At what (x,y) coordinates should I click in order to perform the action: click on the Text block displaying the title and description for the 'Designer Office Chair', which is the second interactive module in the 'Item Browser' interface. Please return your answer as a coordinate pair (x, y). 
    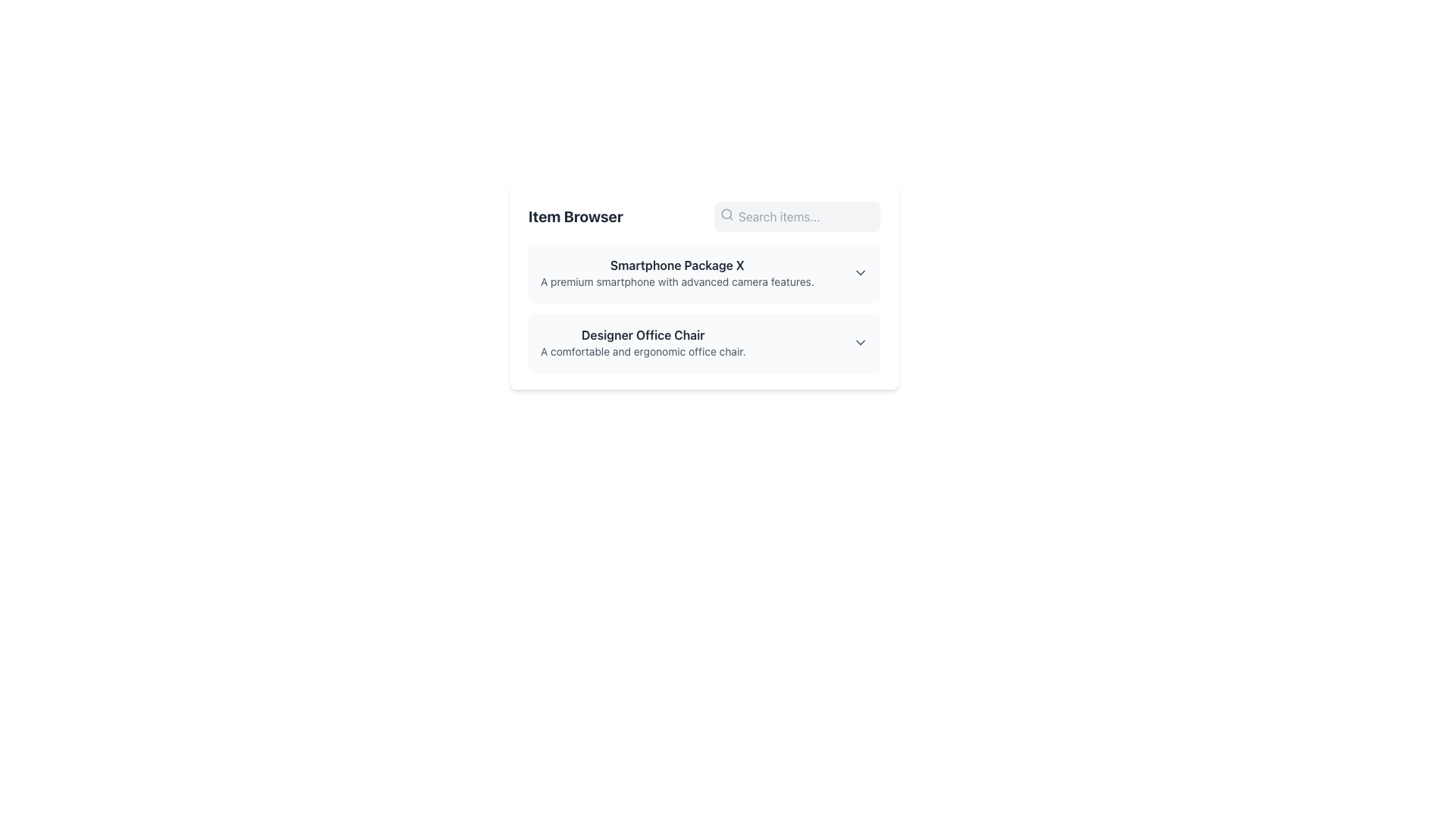
    Looking at the image, I should click on (704, 342).